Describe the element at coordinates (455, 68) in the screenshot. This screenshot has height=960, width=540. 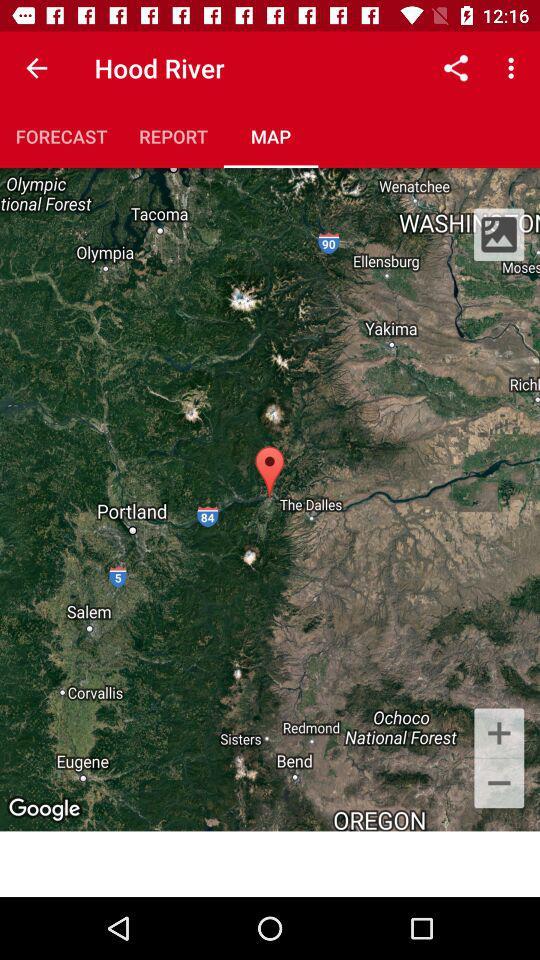
I see `item next to the hood river item` at that location.